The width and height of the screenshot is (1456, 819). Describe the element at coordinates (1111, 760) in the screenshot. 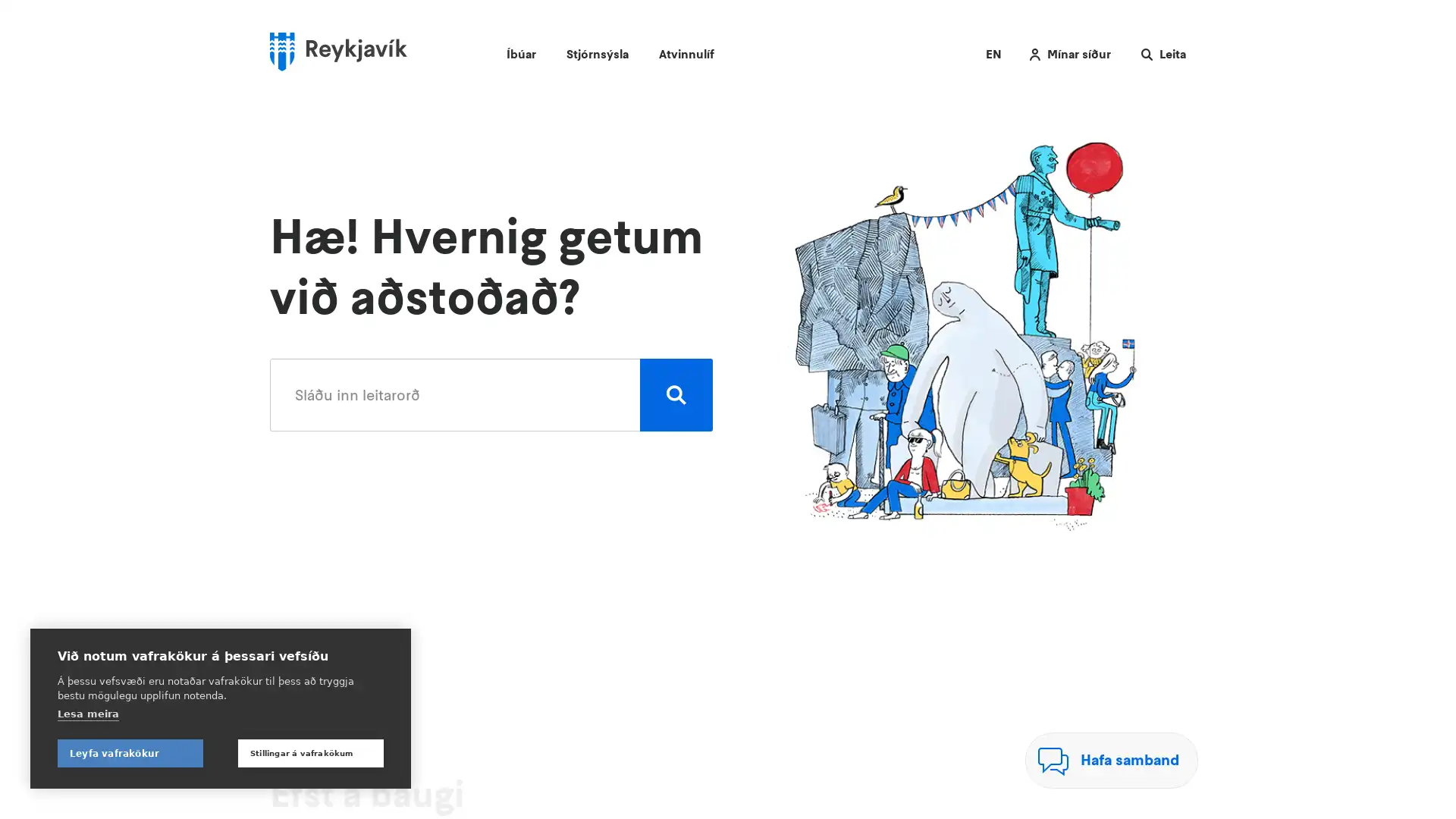

I see `Hafa samband` at that location.